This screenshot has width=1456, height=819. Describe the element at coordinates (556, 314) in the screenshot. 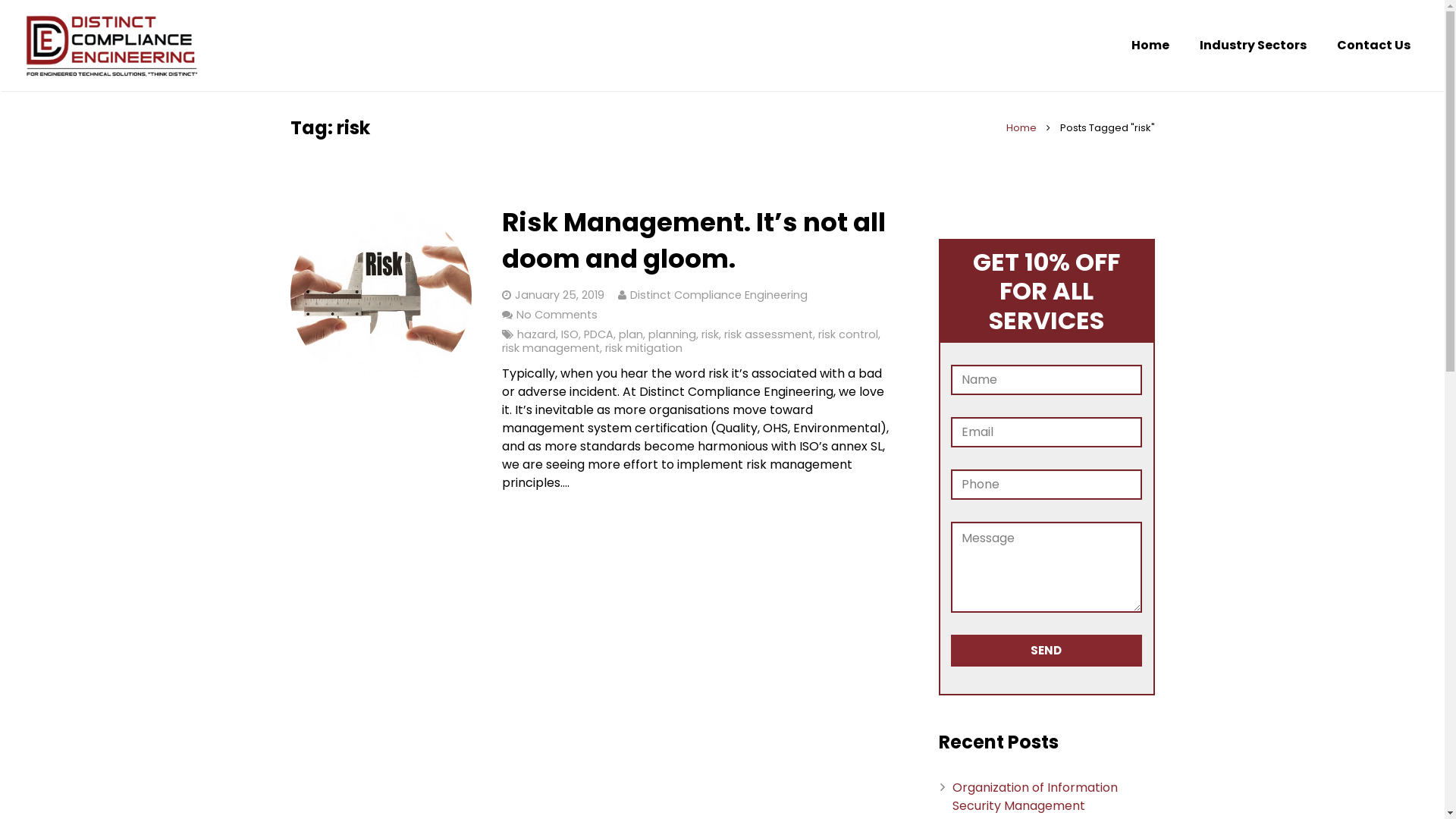

I see `'No Comments'` at that location.